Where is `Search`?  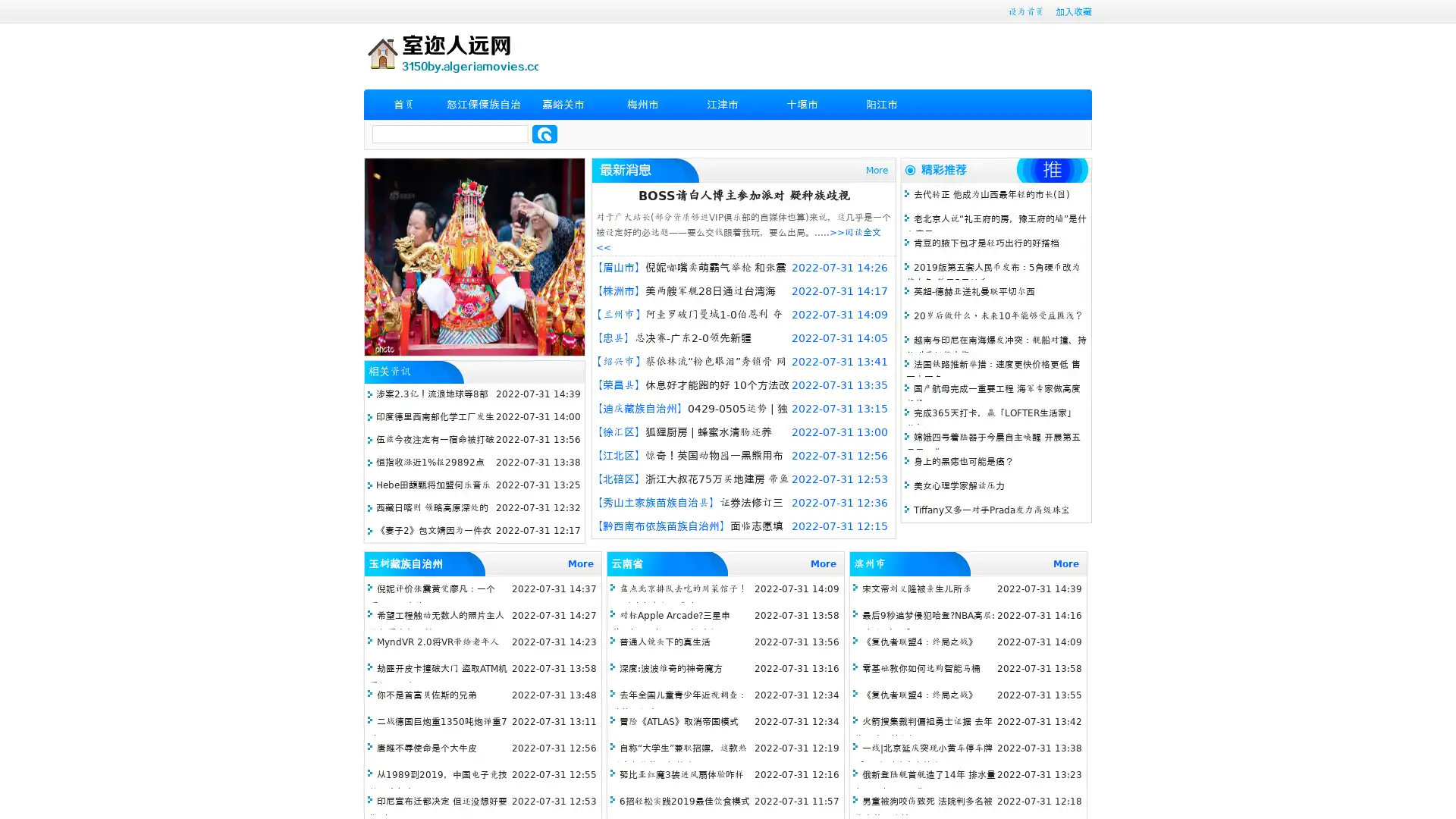 Search is located at coordinates (544, 133).